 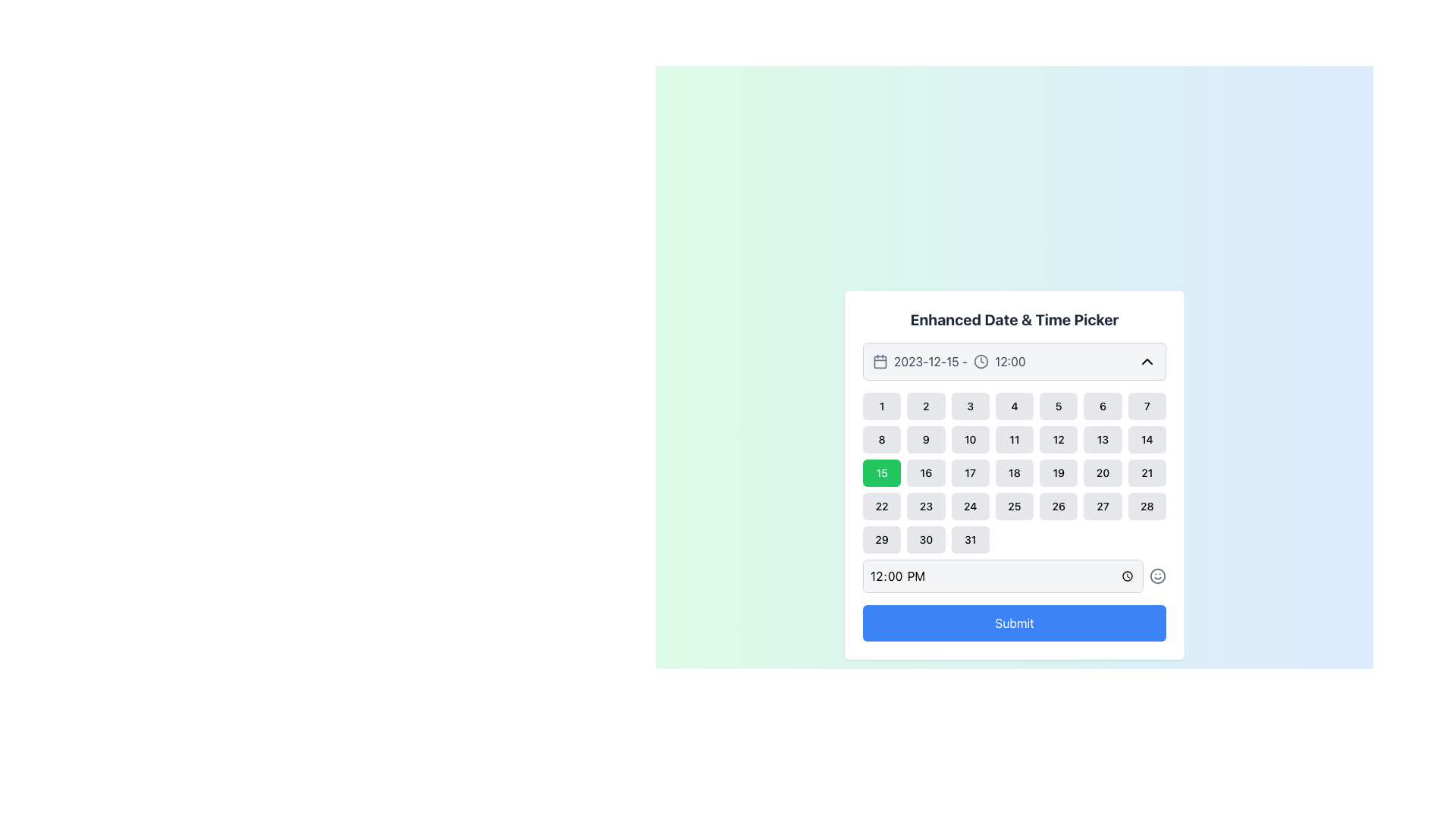 What do you see at coordinates (1103, 472) in the screenshot?
I see `the square-shaped button with rounded corners that displays the number '20' in black text, located in the third row and sixth column of the calendar modal, to change its background color to green` at bounding box center [1103, 472].